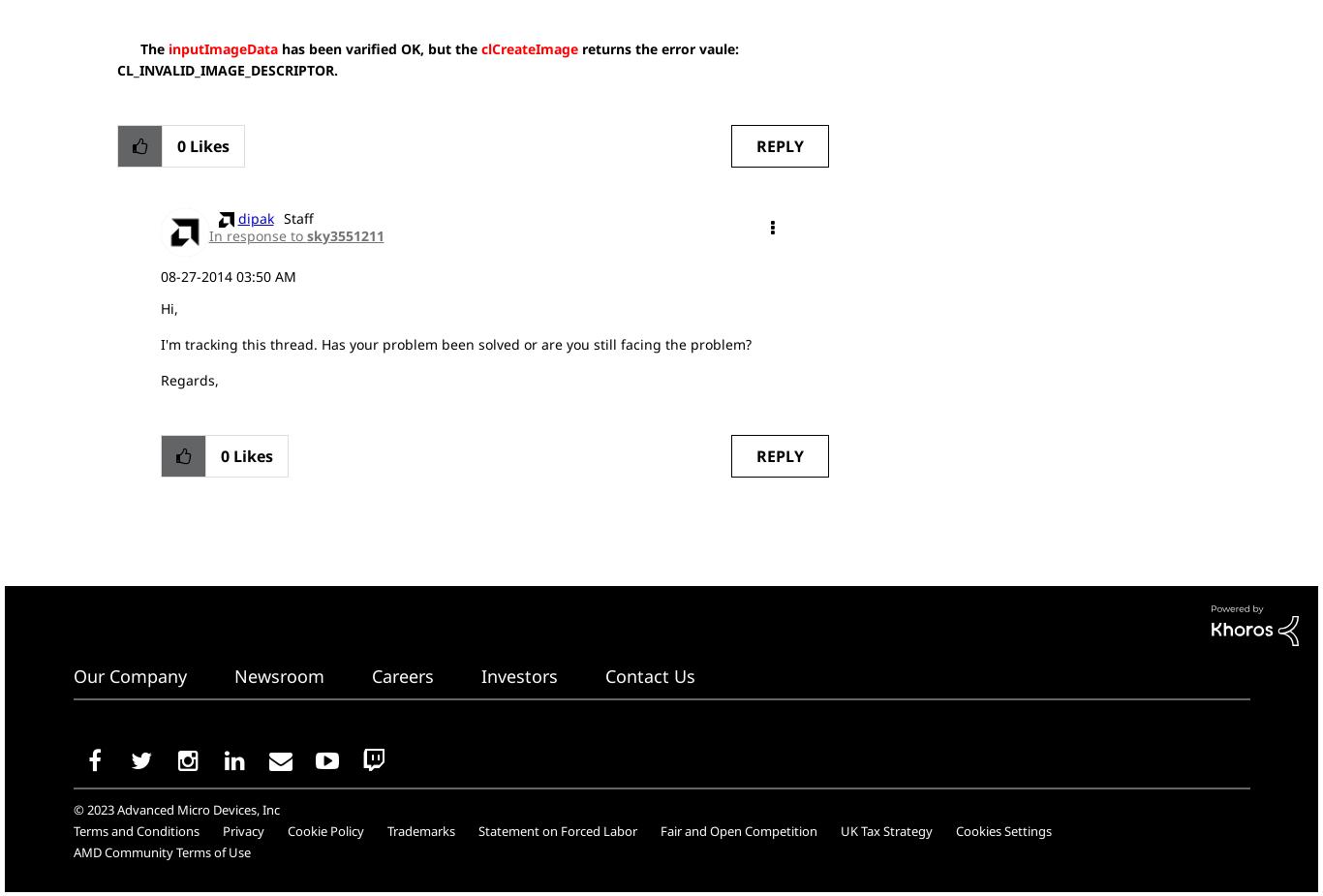 This screenshot has width=1323, height=896. Describe the element at coordinates (162, 758) in the screenshot. I see `'Twitter'` at that location.